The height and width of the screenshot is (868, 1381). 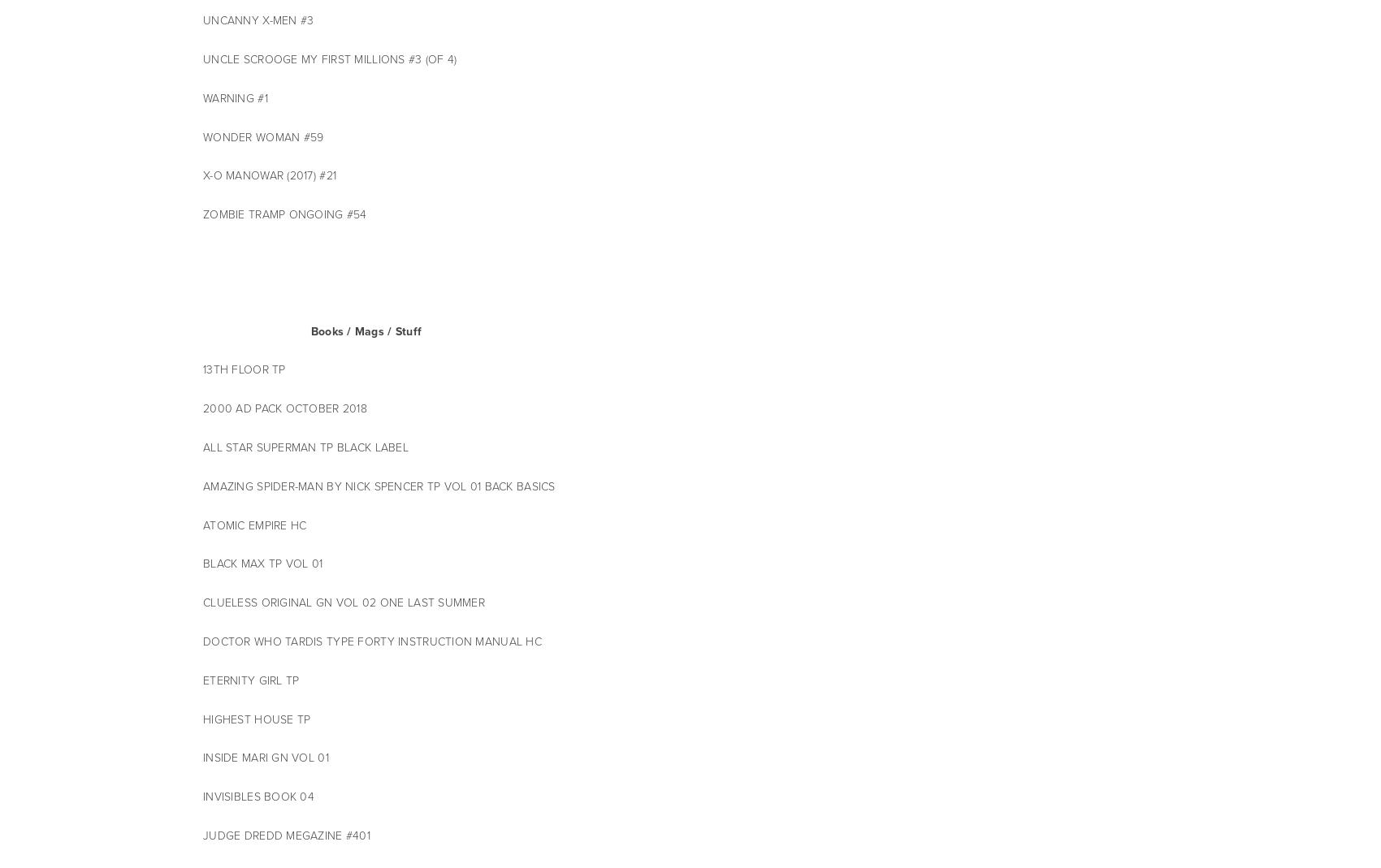 I want to click on 'ZOMBIE TRAMP ONGOING #54', so click(x=284, y=214).